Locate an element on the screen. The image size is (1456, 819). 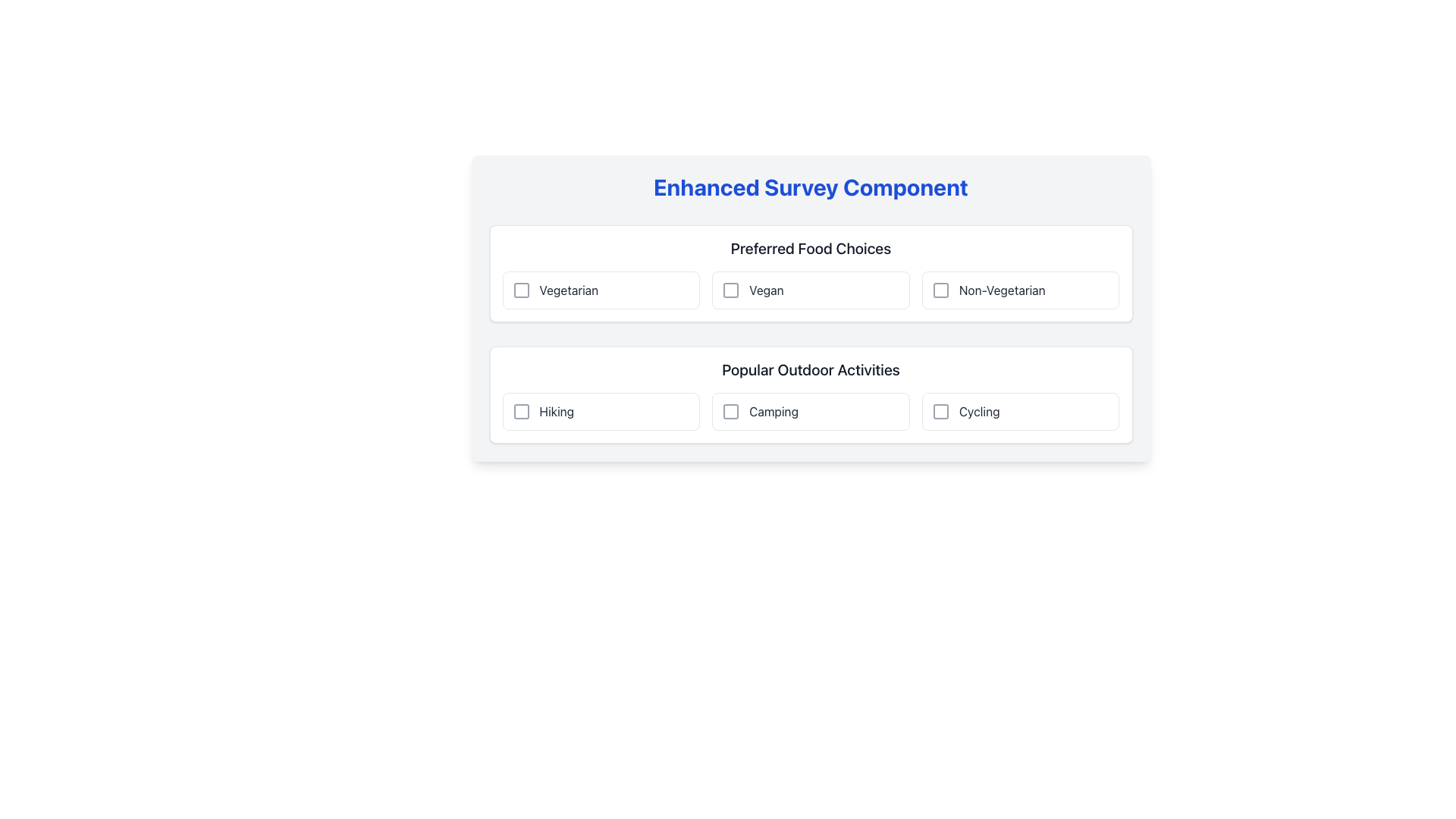
the checkbox for the 'Vegan' option in the 'Preferred Food Choices' section is located at coordinates (731, 290).